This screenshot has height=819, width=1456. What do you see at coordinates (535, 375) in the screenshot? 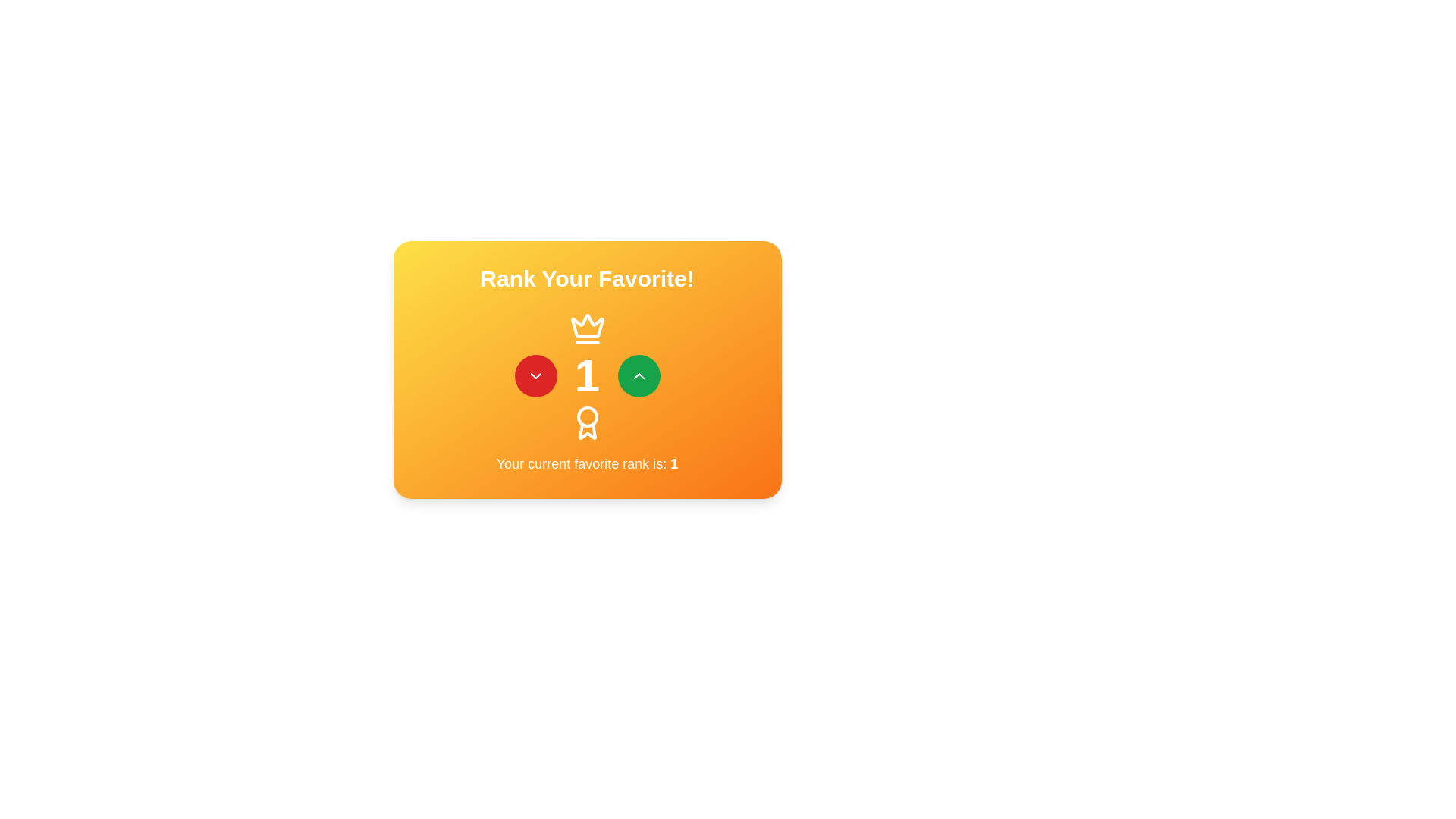
I see `the small downward-facing chevron icon with a red circular background` at bounding box center [535, 375].